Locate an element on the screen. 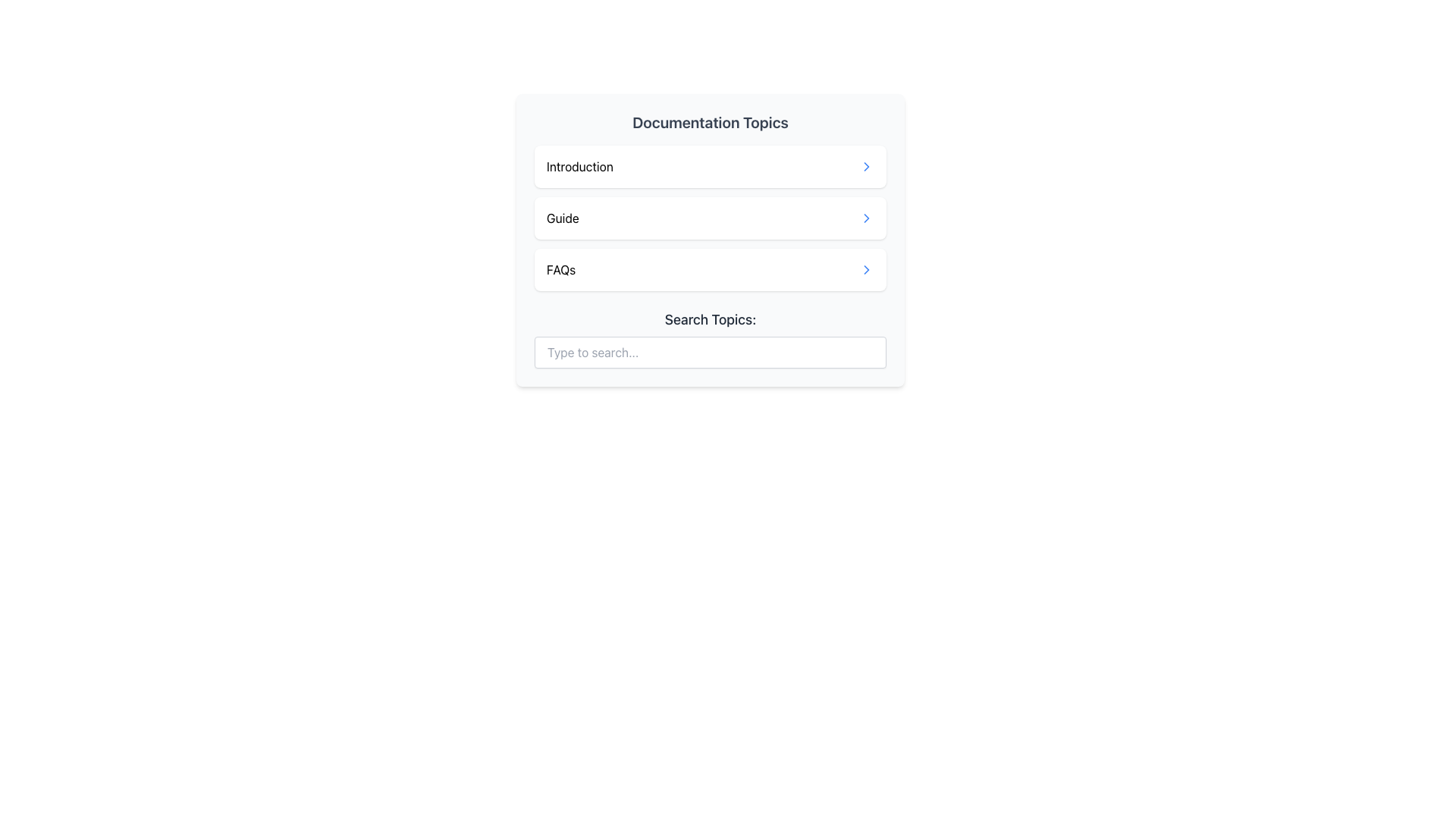  the 'Guide' button located below 'Introduction' and above 'FAQs' in the 'Documentation Topics' section is located at coordinates (709, 218).